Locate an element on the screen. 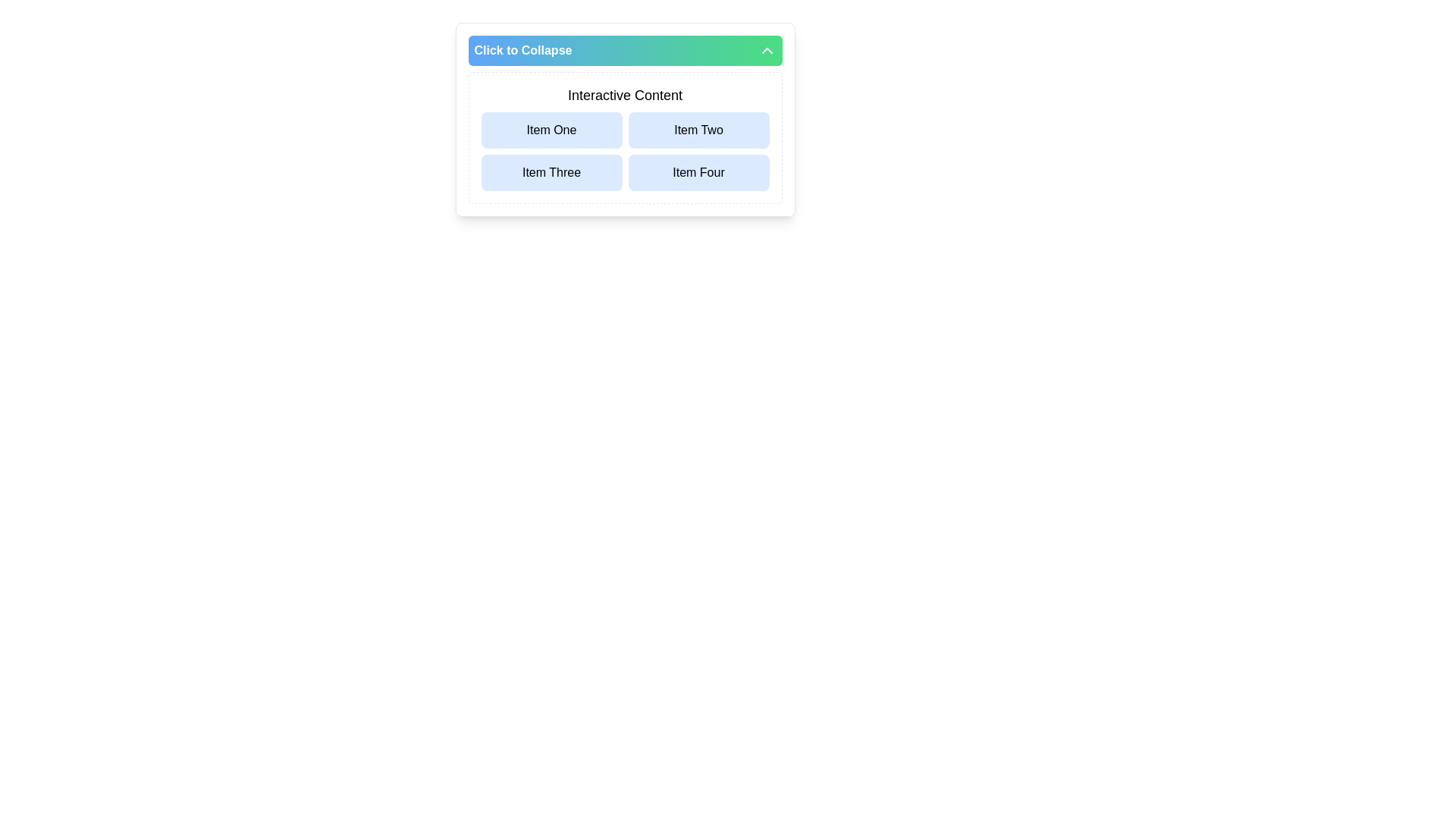 This screenshot has width=1456, height=819. the Label element with the text 'Item Two', which has a light blue background and is located in the second position of a grid layout is located at coordinates (698, 130).